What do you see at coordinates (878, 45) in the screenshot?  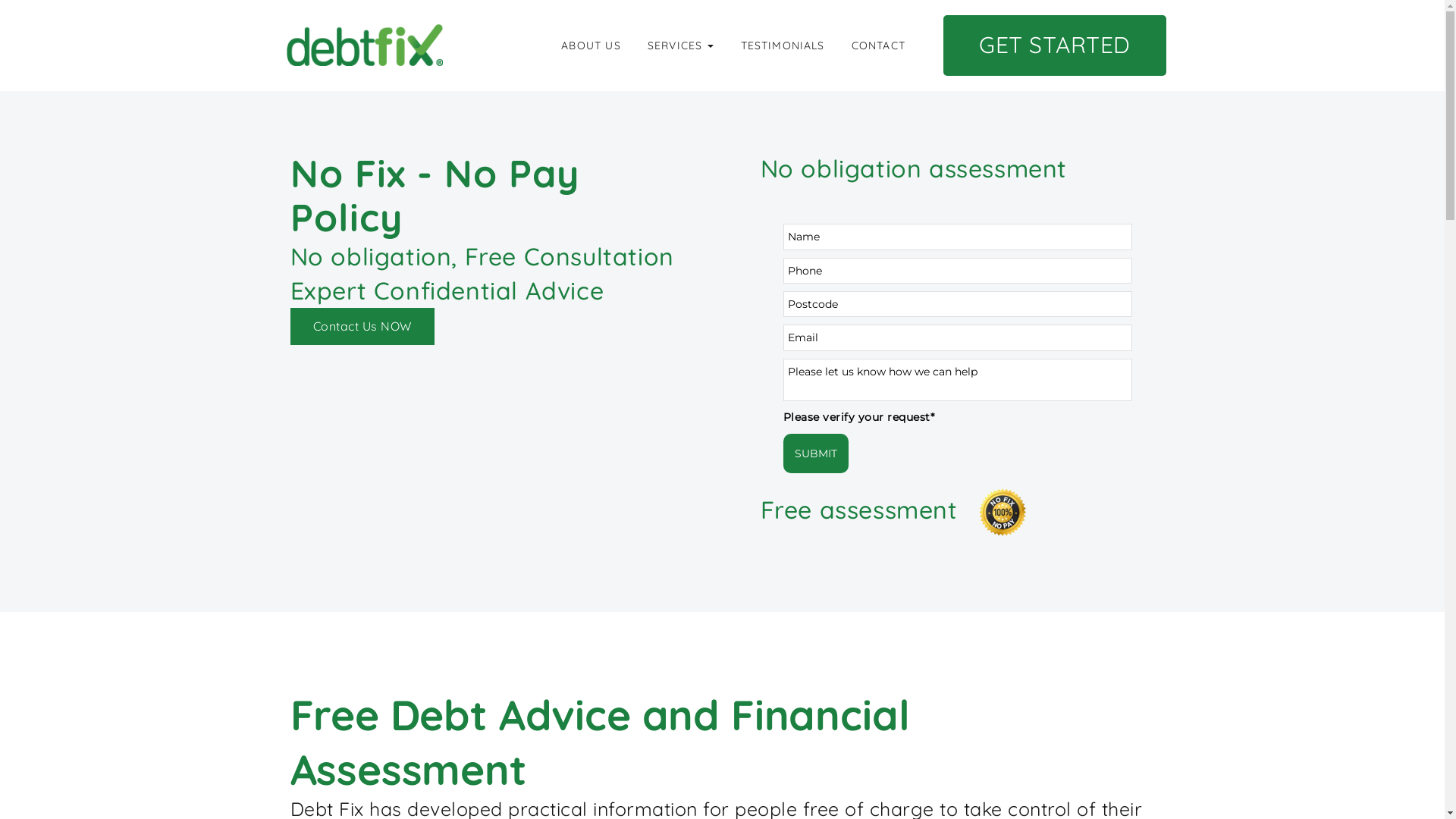 I see `'CONTACT'` at bounding box center [878, 45].